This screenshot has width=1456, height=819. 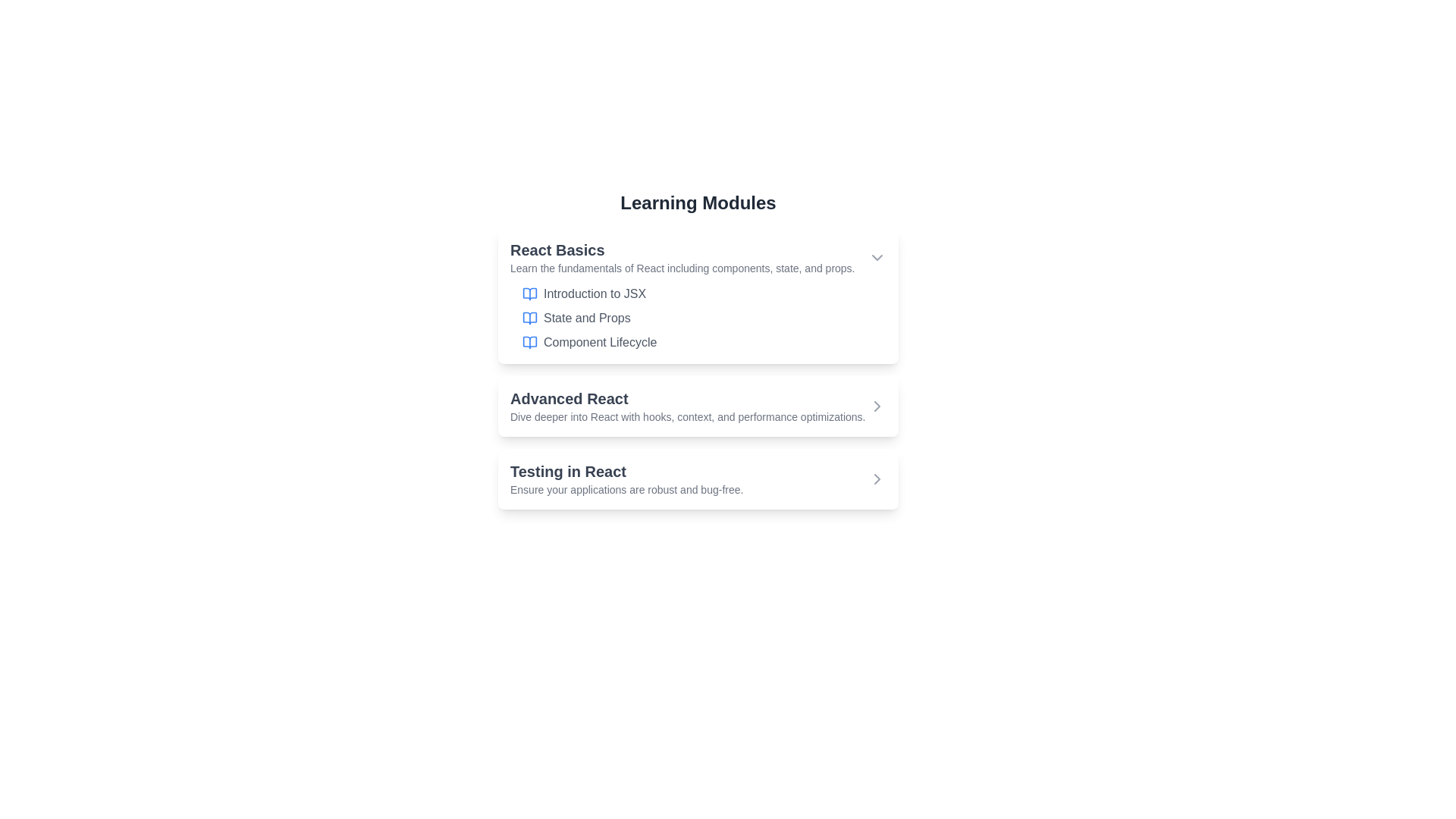 What do you see at coordinates (599, 342) in the screenshot?
I see `the lesson link Component Lifecycle within the 'React Basics' module` at bounding box center [599, 342].